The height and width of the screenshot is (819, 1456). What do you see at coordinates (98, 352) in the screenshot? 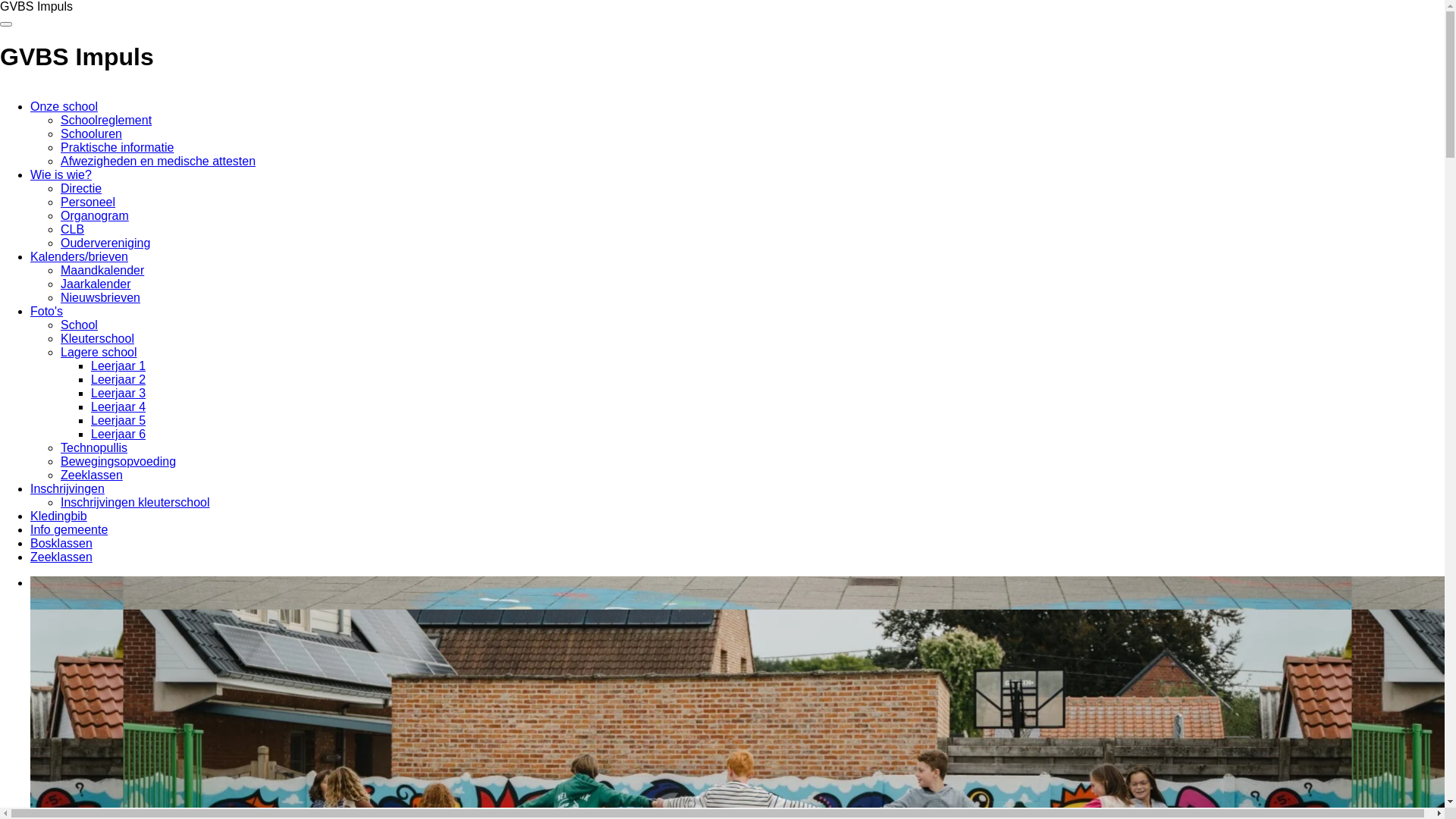
I see `'Lagere school'` at bounding box center [98, 352].